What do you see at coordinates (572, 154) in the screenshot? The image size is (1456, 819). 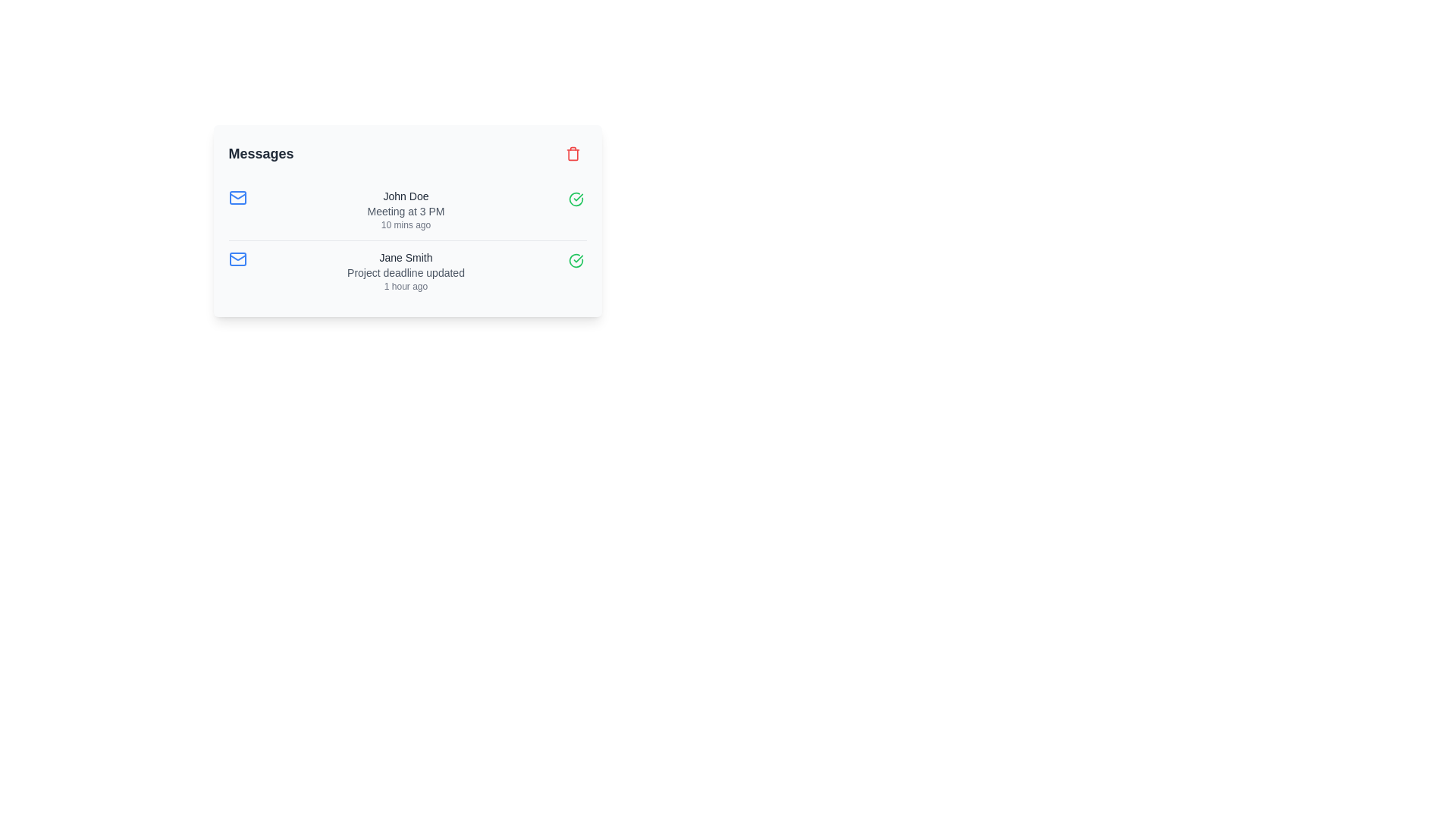 I see `the delete button located in the top-right corner of the 'Messages' panel` at bounding box center [572, 154].